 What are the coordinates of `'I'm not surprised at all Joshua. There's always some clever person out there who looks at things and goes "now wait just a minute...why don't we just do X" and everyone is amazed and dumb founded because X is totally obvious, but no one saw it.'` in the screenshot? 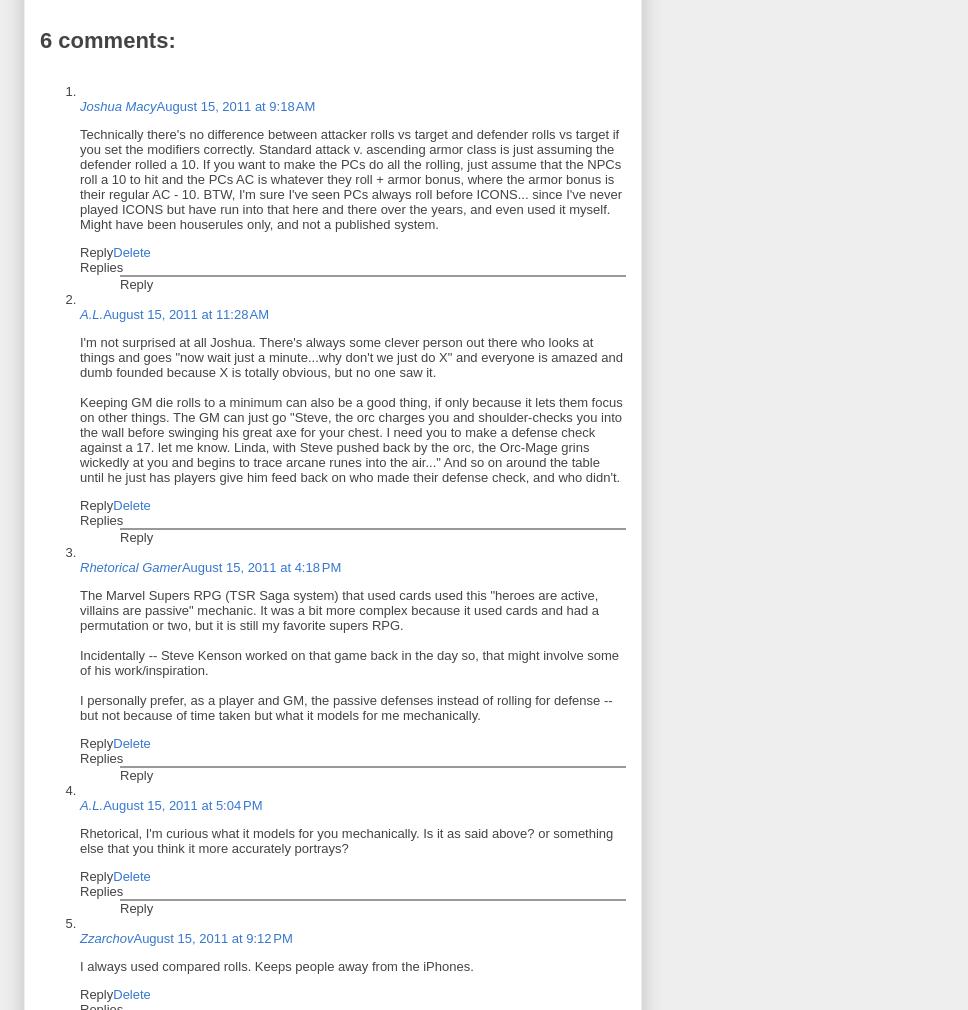 It's located at (350, 356).